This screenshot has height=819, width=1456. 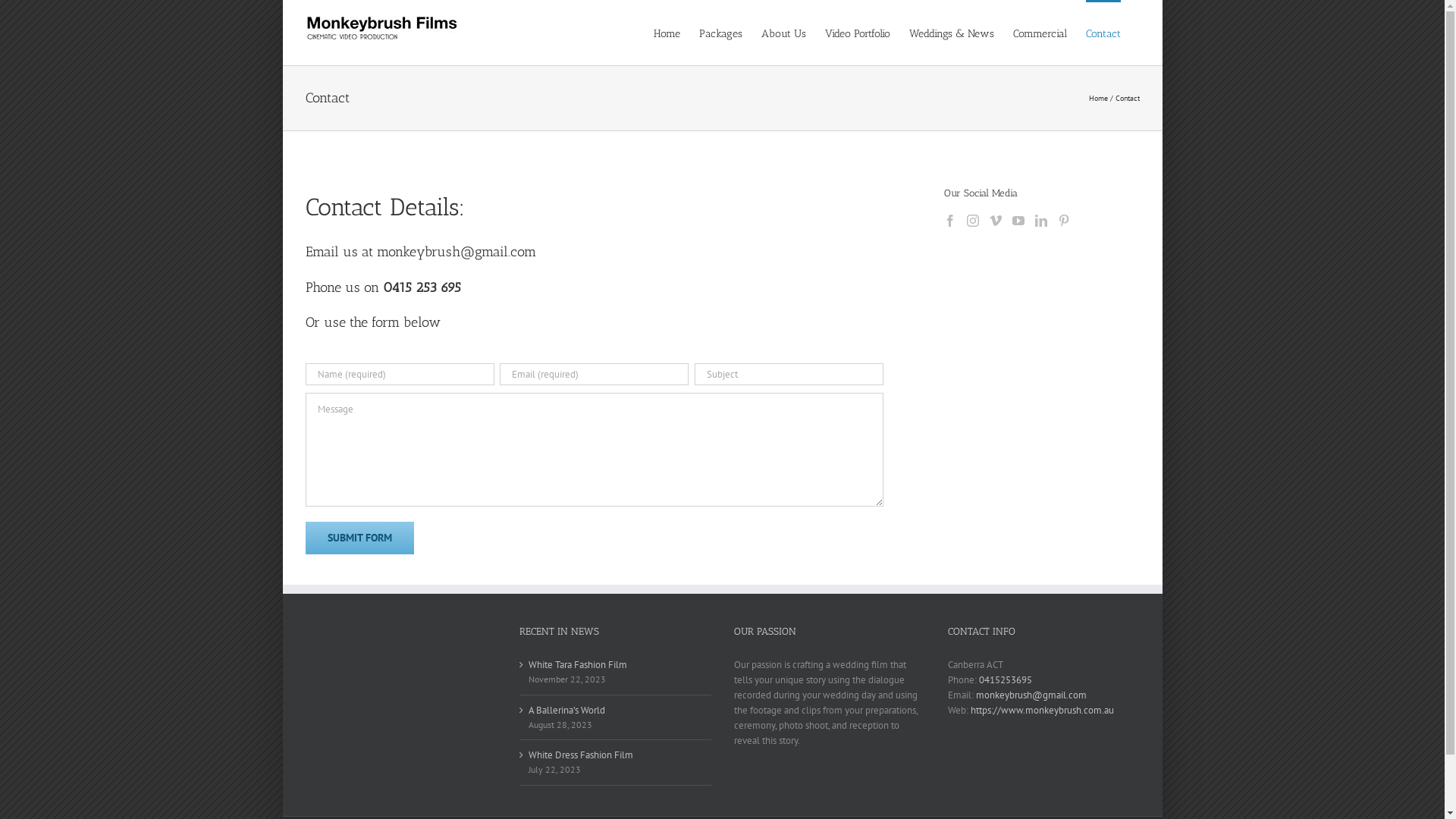 What do you see at coordinates (858, 32) in the screenshot?
I see `'Video Portfolio'` at bounding box center [858, 32].